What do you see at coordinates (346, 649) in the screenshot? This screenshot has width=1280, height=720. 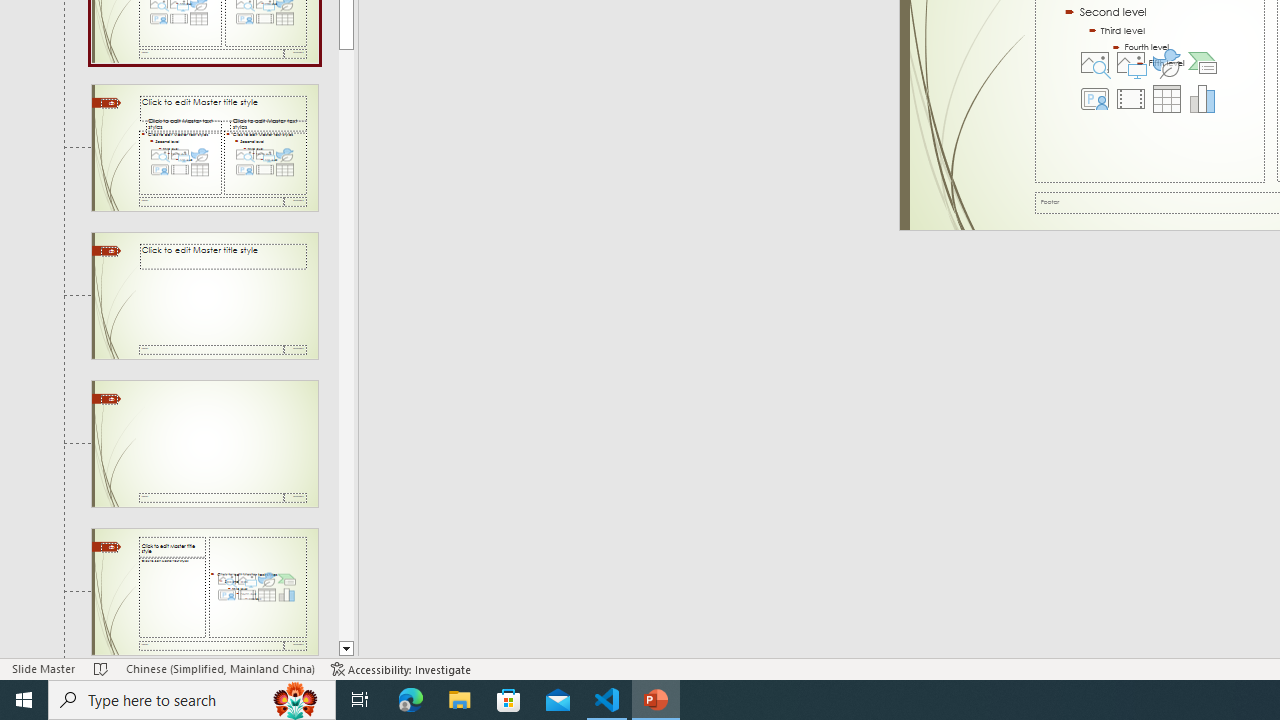 I see `'Line down'` at bounding box center [346, 649].